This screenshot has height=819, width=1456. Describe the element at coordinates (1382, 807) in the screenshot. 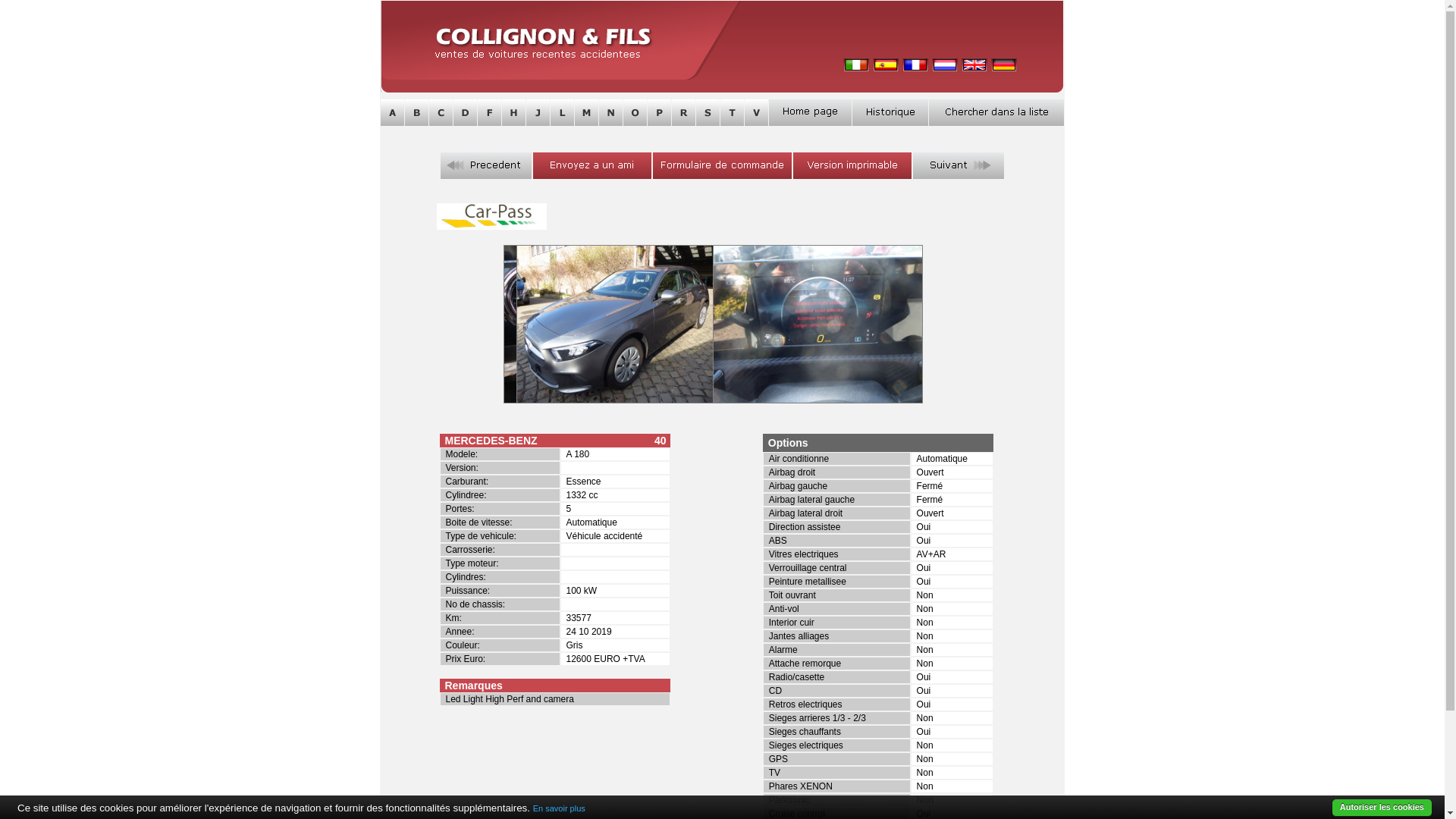

I see `'Autoriser les cookies'` at that location.